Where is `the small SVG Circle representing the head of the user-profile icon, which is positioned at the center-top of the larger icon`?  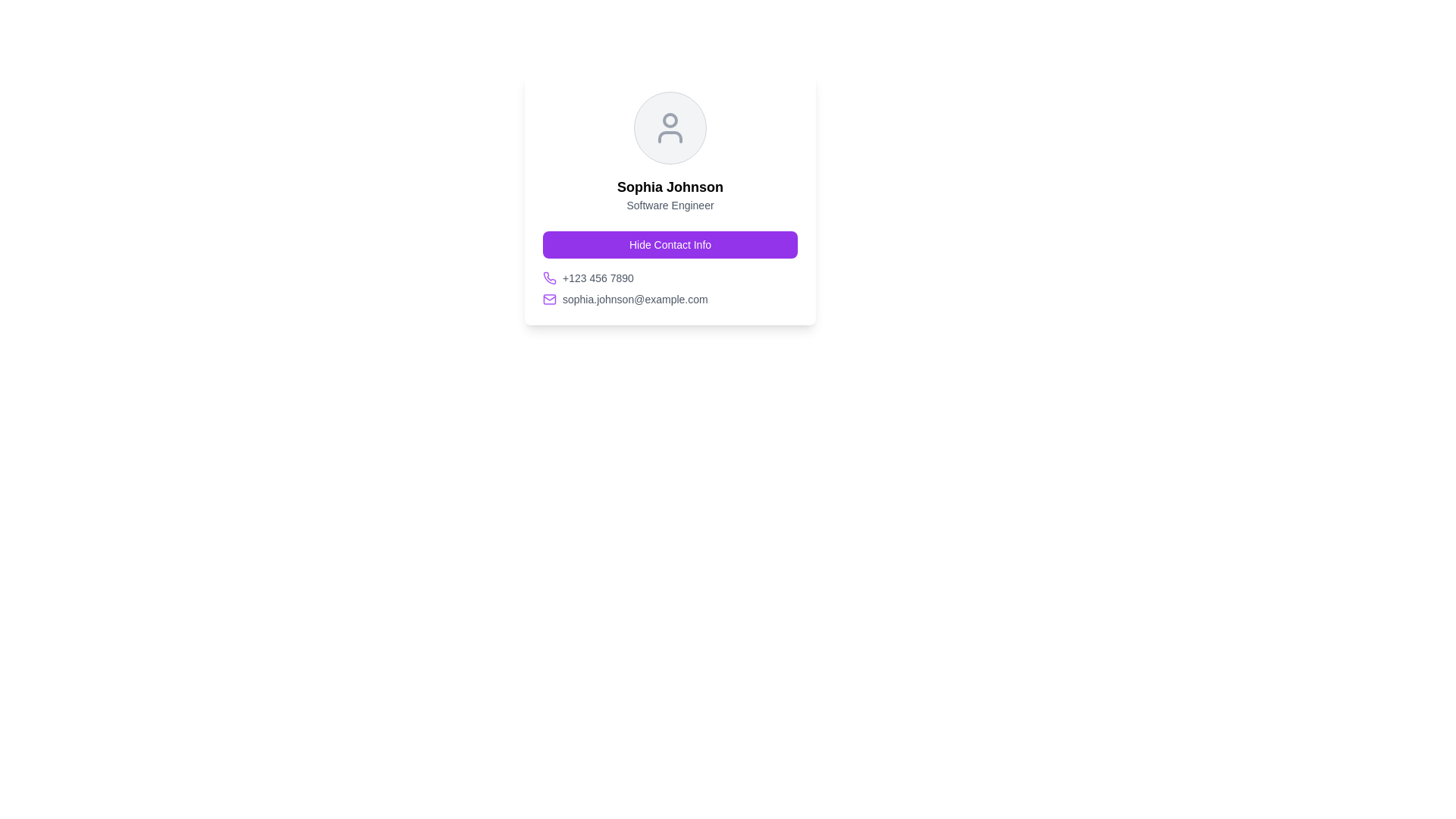
the small SVG Circle representing the head of the user-profile icon, which is positioned at the center-top of the larger icon is located at coordinates (669, 119).